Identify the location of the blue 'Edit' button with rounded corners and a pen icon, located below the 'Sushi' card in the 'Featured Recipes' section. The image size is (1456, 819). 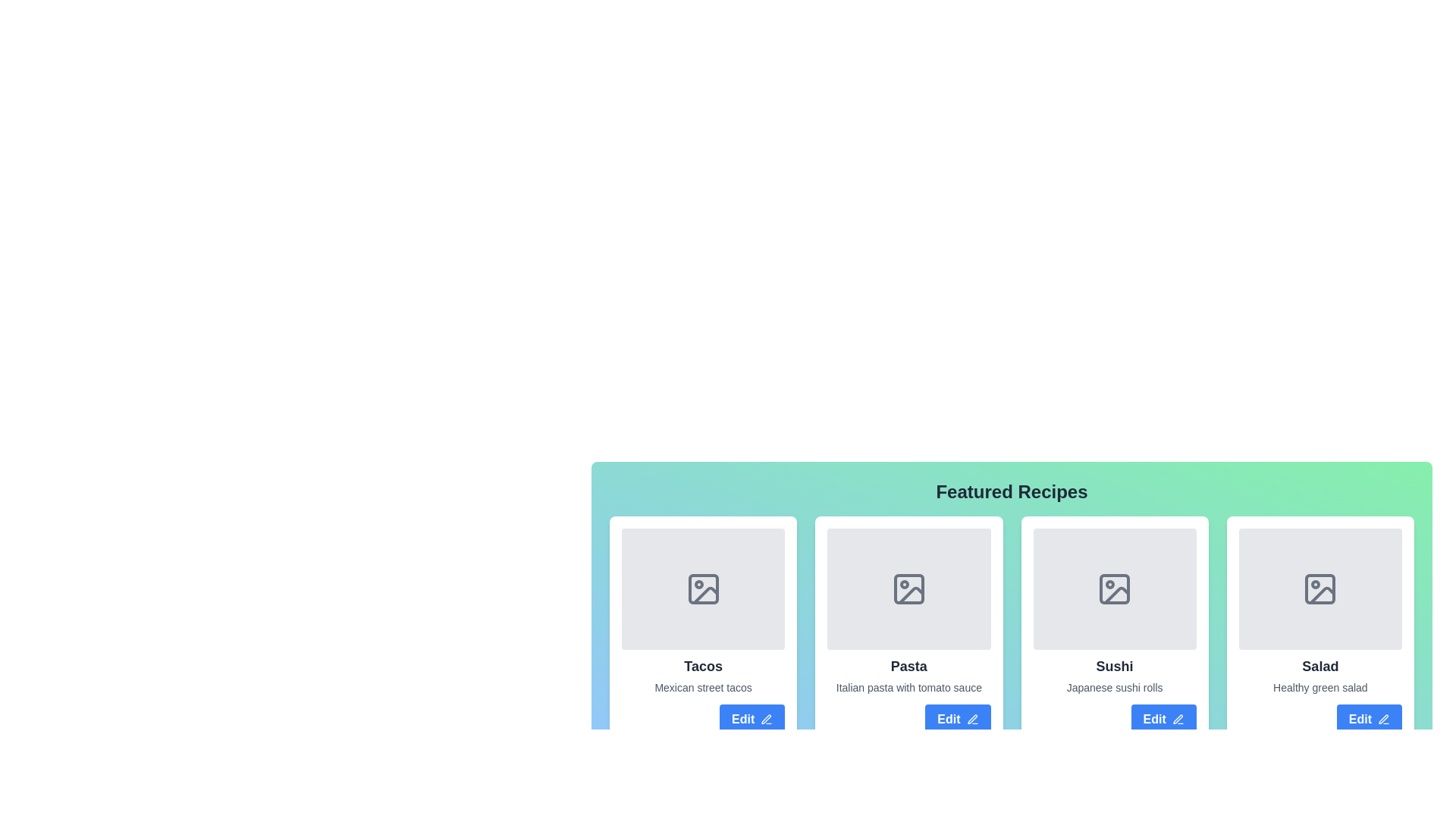
(1163, 718).